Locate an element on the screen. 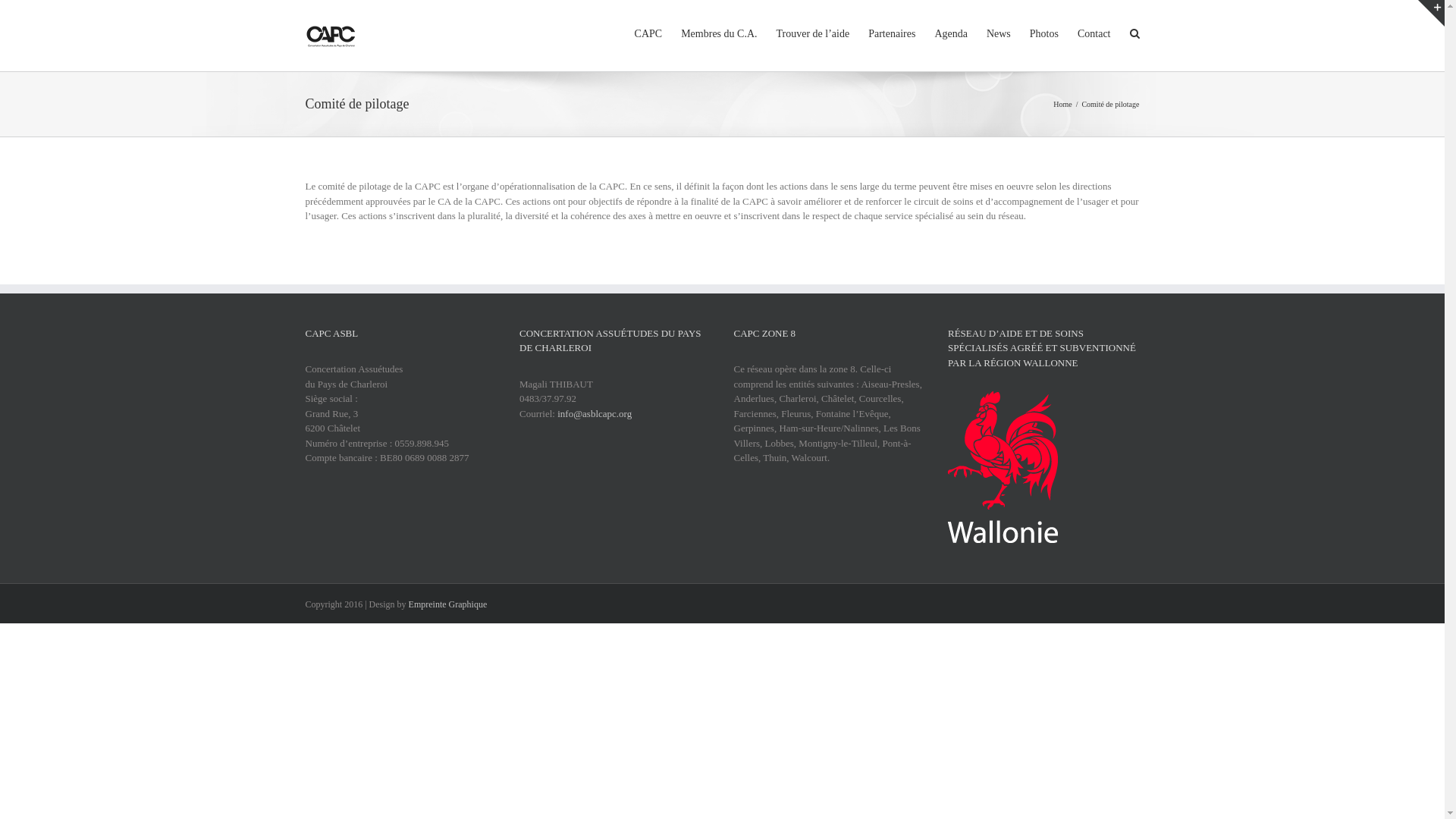 The height and width of the screenshot is (819, 1456). 'Contact' is located at coordinates (1094, 32).